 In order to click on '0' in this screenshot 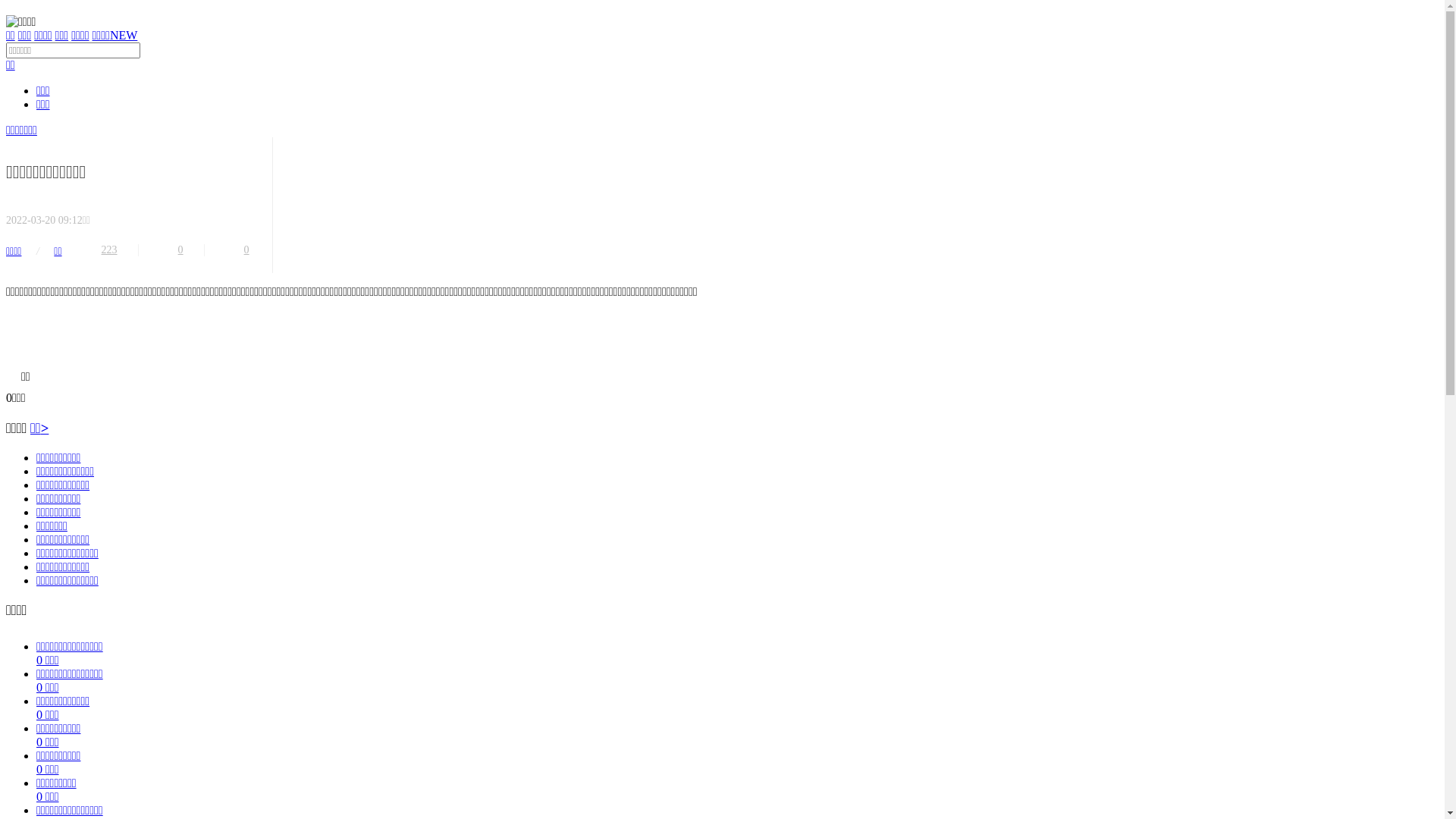, I will do `click(247, 249)`.